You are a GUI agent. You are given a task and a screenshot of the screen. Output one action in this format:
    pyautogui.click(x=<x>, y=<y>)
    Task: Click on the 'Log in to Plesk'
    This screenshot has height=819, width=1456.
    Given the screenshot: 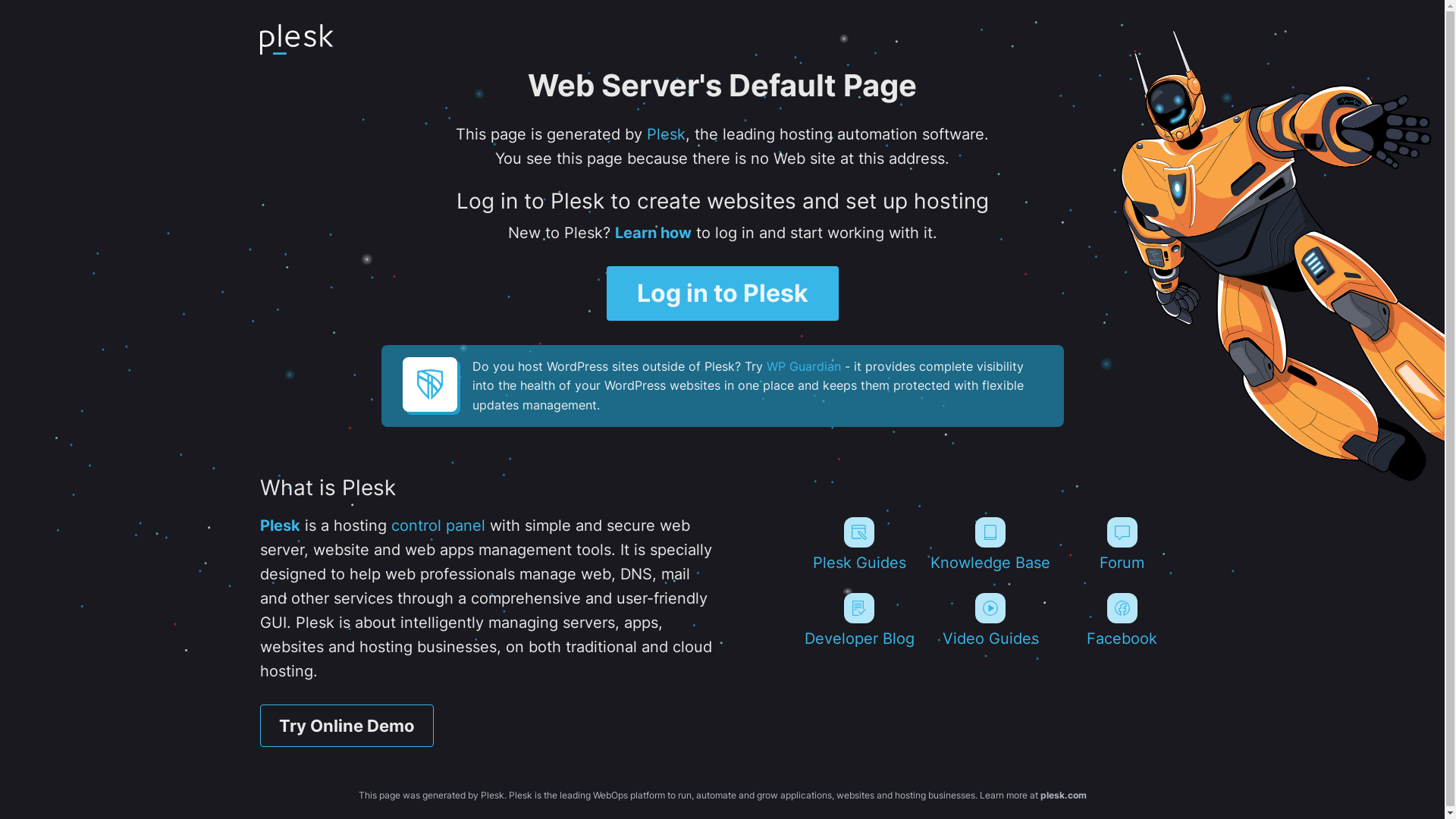 What is the action you would take?
    pyautogui.click(x=722, y=293)
    